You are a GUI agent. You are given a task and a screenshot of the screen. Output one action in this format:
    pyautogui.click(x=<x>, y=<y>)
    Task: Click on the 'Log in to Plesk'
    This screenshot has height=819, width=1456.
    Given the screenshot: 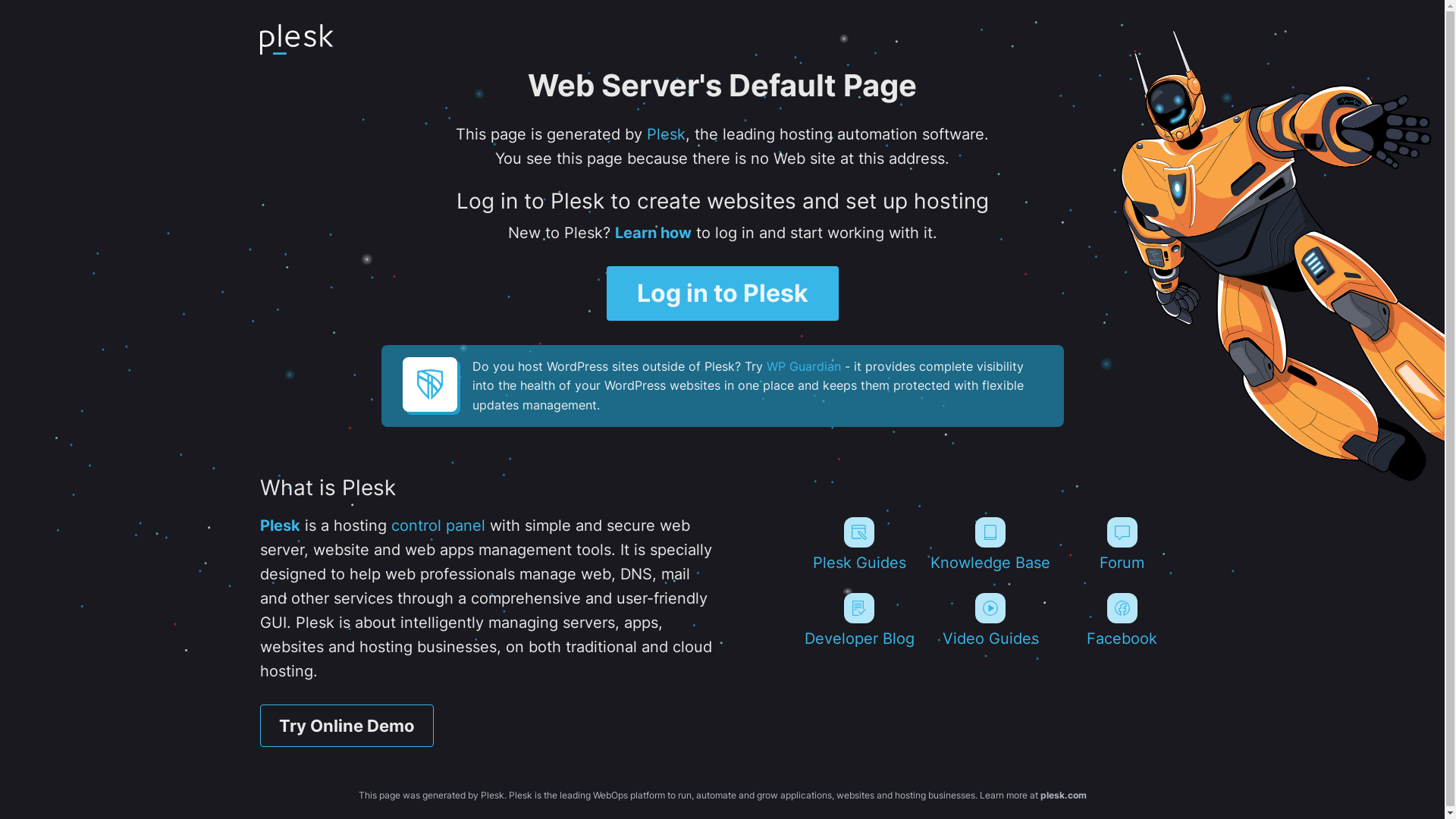 What is the action you would take?
    pyautogui.click(x=722, y=293)
    